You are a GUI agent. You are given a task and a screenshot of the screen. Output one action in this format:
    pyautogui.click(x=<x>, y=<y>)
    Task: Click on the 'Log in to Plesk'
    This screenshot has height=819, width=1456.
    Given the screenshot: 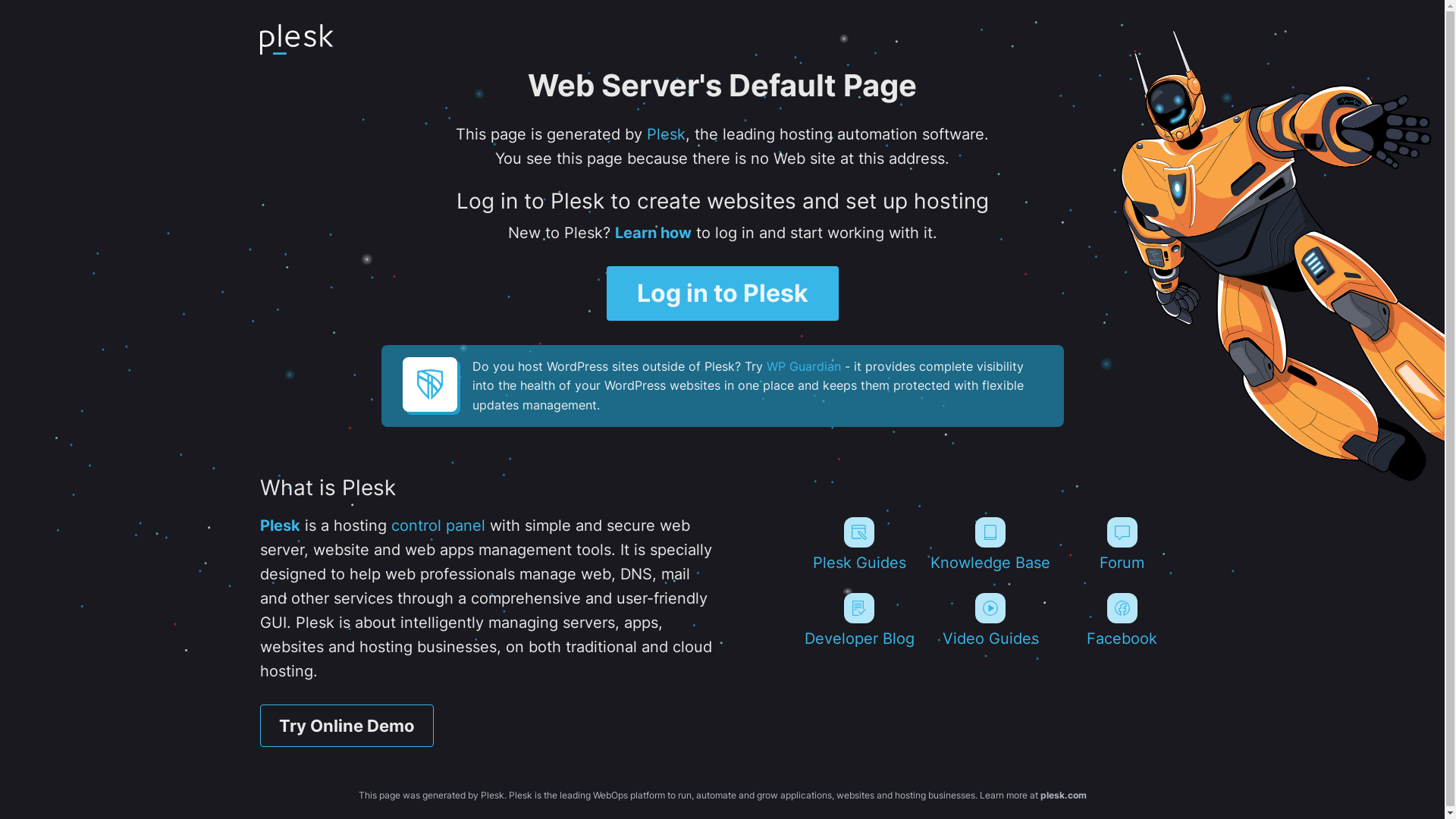 What is the action you would take?
    pyautogui.click(x=722, y=293)
    